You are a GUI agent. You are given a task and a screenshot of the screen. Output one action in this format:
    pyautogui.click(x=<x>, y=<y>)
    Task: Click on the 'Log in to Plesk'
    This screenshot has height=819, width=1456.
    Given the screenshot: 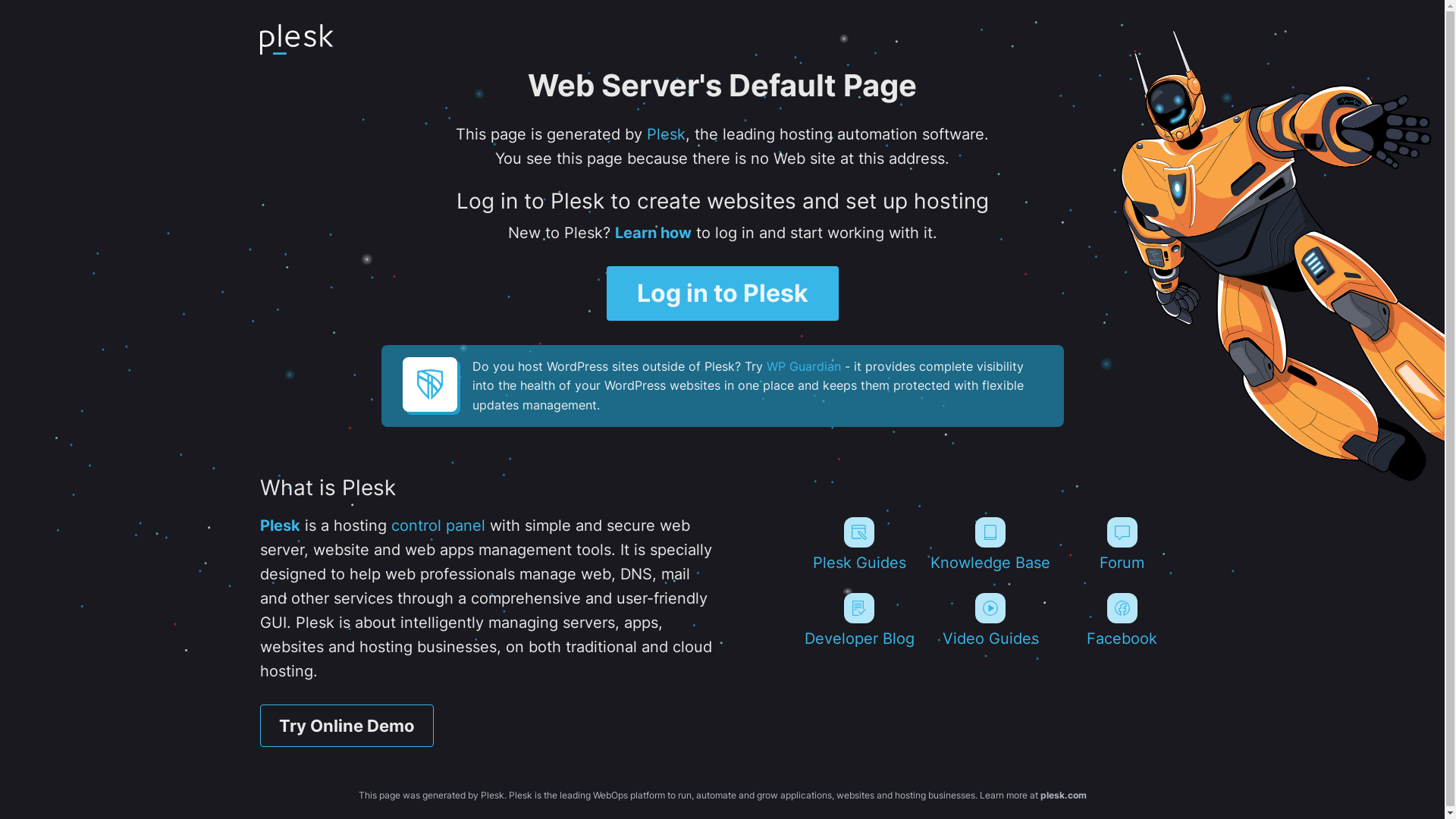 What is the action you would take?
    pyautogui.click(x=722, y=293)
    